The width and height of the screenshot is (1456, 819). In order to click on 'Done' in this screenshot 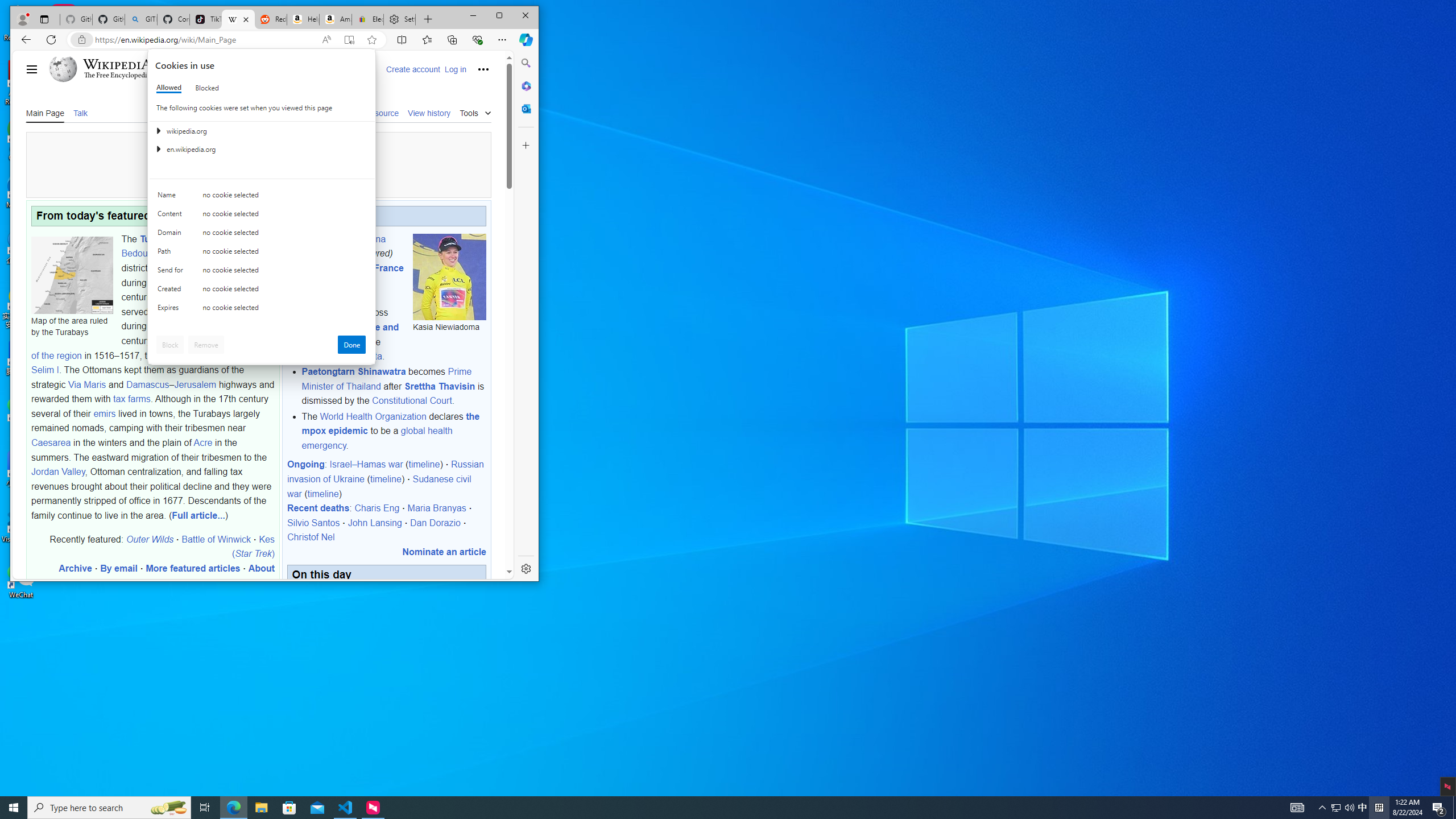, I will do `click(351, 344)`.